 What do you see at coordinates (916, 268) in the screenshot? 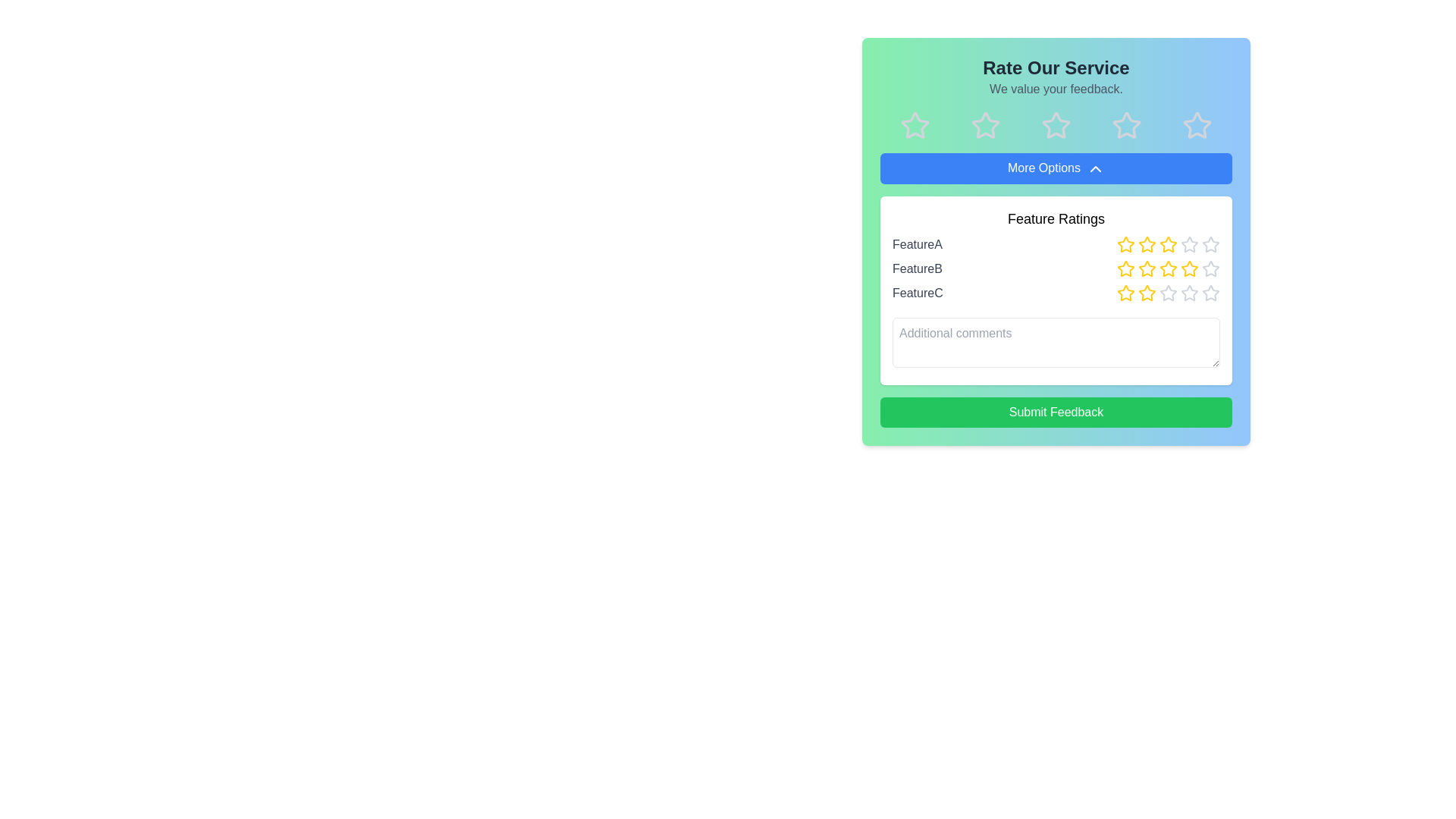
I see `the second Text Label in the 'Feature Ratings' section, which is positioned between 'FeatureA' and 'FeatureC'` at bounding box center [916, 268].